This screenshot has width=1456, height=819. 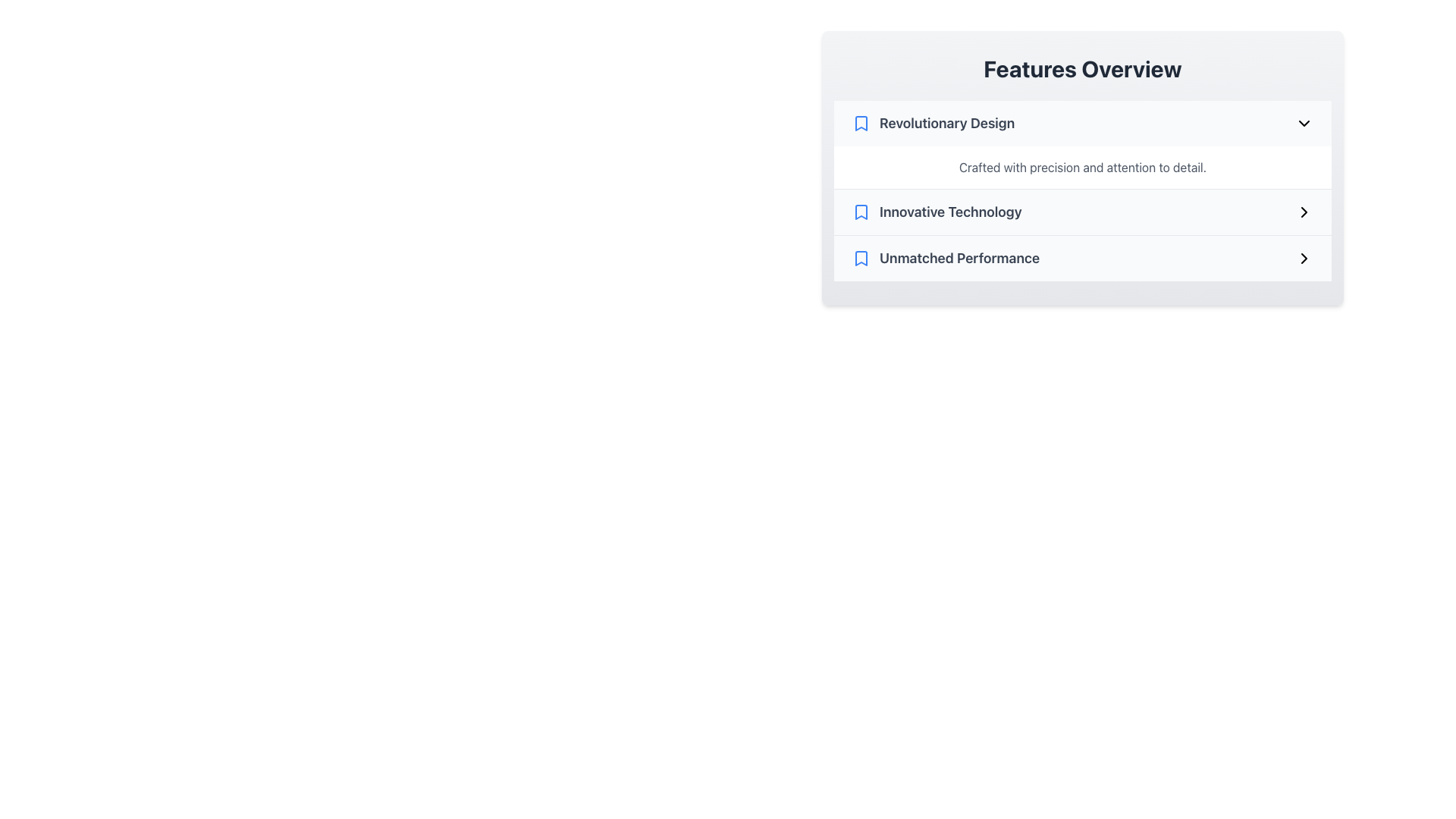 What do you see at coordinates (946, 122) in the screenshot?
I see `the text label displaying 'Revolutionary Design' in bold gray color, which is the first item in the 'Features Overview' section, accompanied by a blue bookmark icon` at bounding box center [946, 122].